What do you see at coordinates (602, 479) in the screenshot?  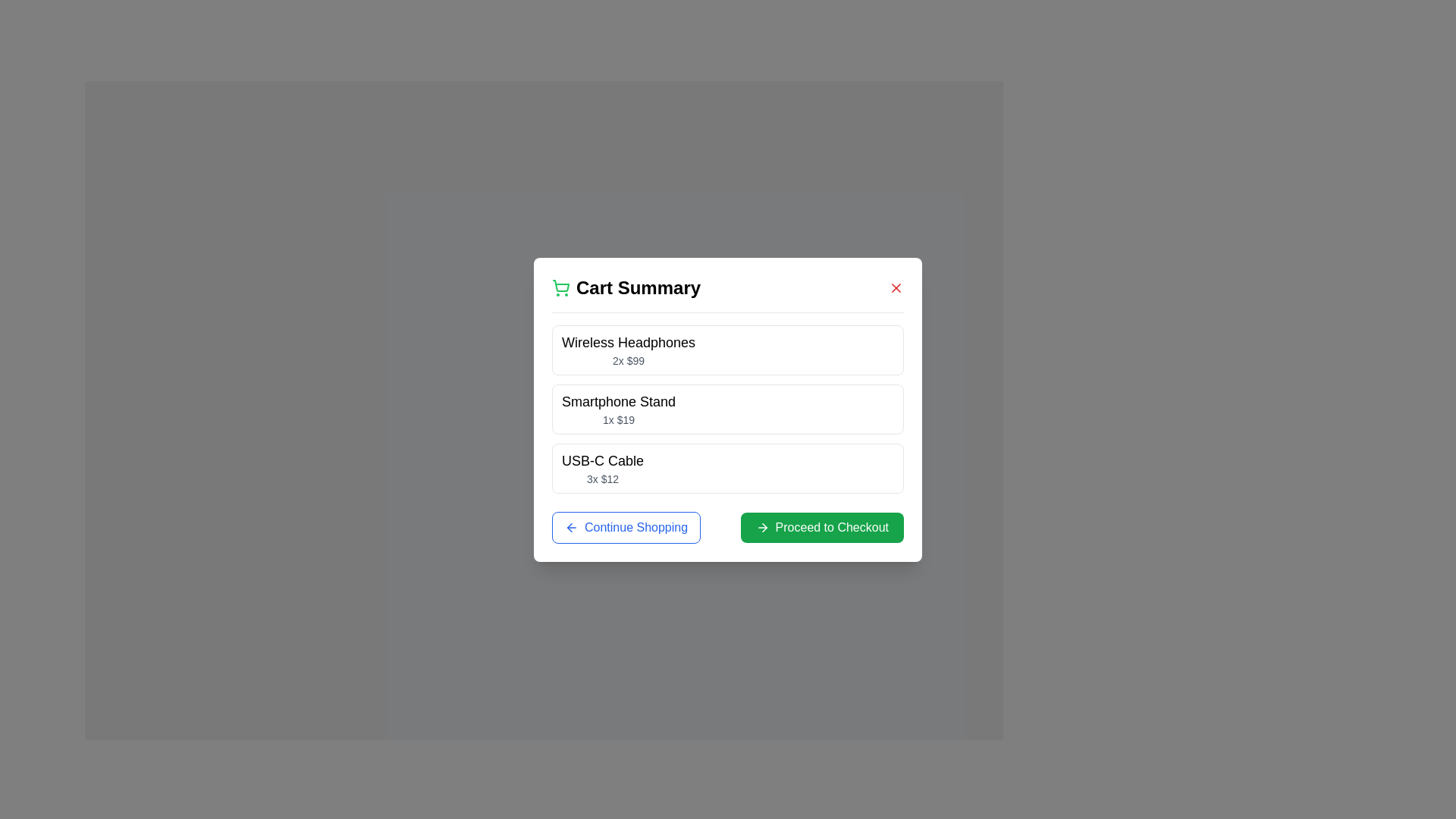 I see `text displayed in the quantity and price per unit of the 'USB-C Cable' in the cart summary, which is located directly below the title of the product` at bounding box center [602, 479].